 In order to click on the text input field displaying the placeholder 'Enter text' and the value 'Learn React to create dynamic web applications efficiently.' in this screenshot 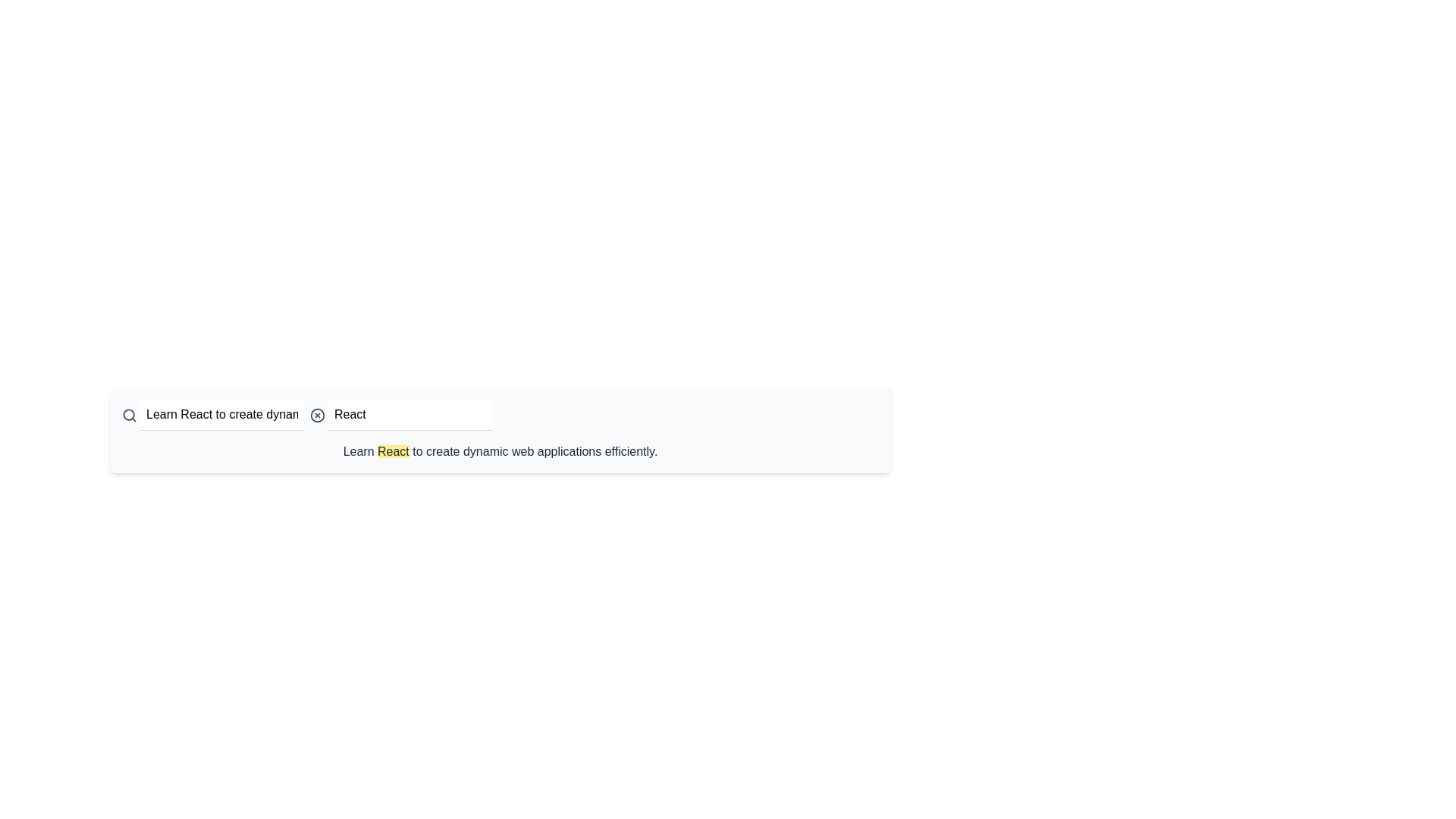, I will do `click(212, 415)`.